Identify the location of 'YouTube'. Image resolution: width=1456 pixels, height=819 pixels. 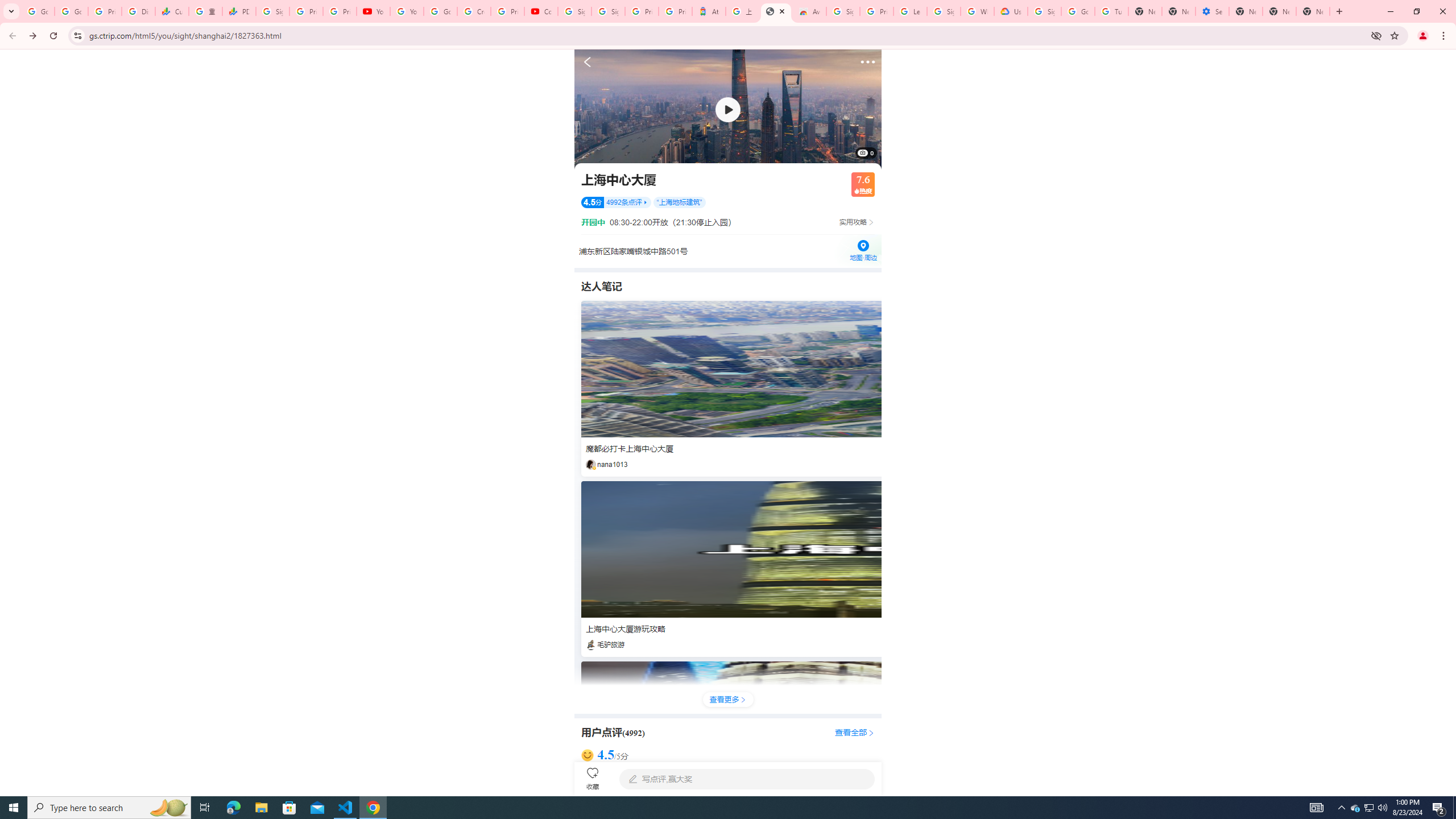
(406, 11).